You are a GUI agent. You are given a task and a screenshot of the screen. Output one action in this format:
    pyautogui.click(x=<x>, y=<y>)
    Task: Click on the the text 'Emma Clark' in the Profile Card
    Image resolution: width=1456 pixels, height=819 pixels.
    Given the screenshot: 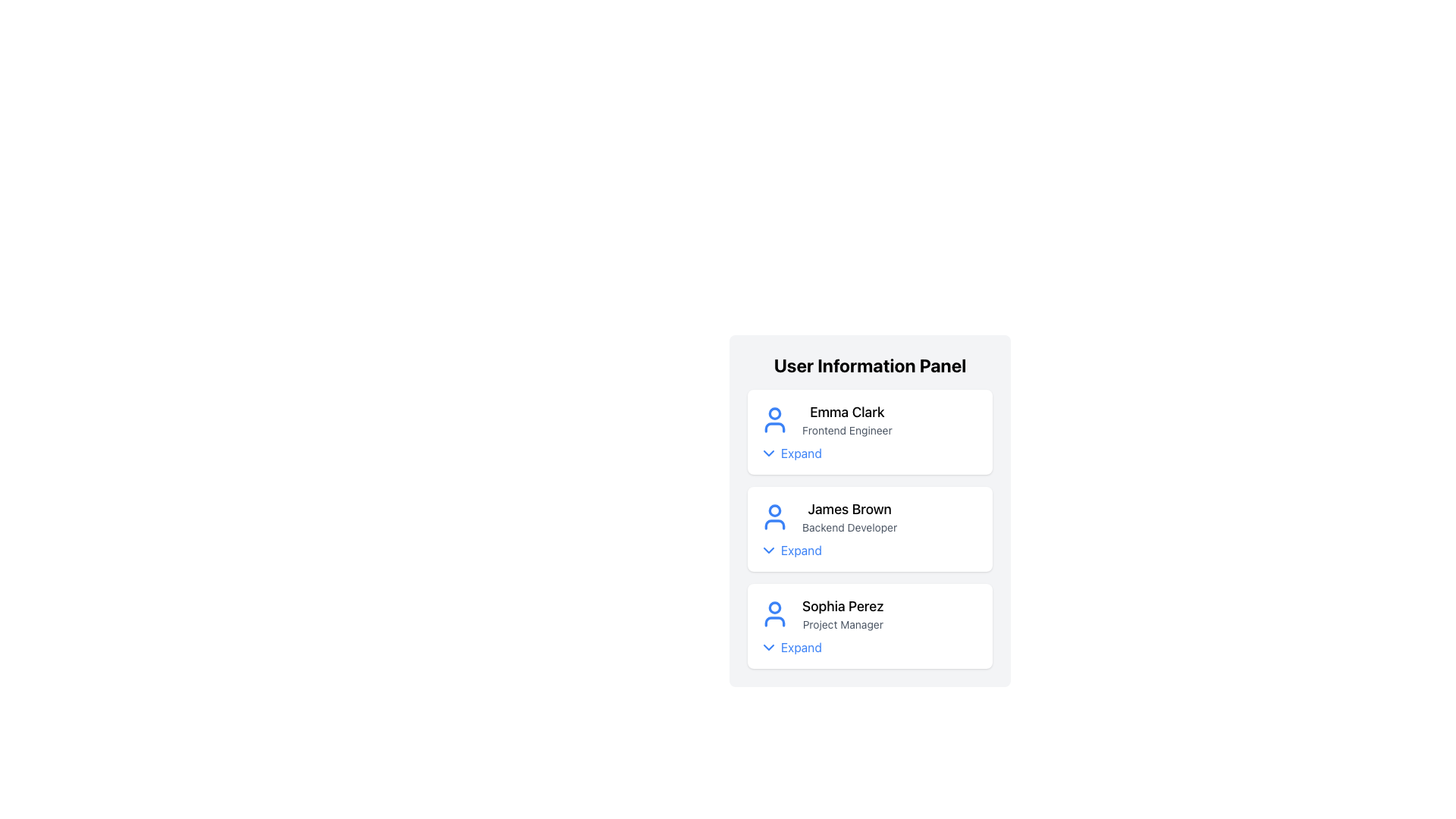 What is the action you would take?
    pyautogui.click(x=870, y=420)
    